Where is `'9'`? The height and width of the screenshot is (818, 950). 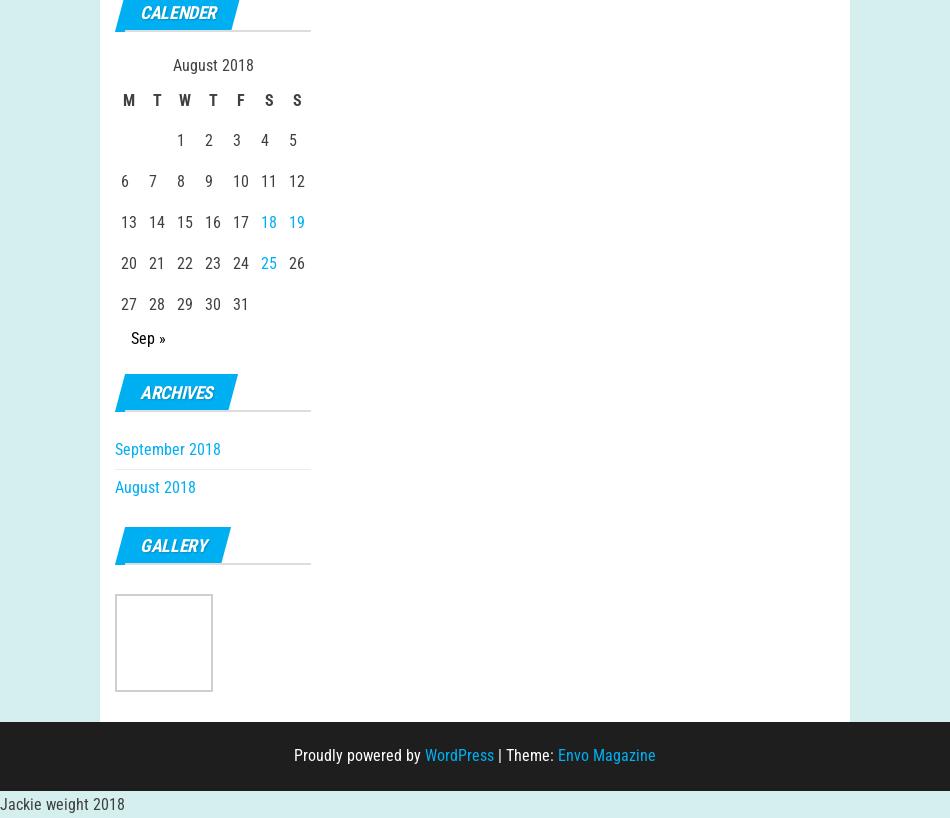
'9' is located at coordinates (209, 199).